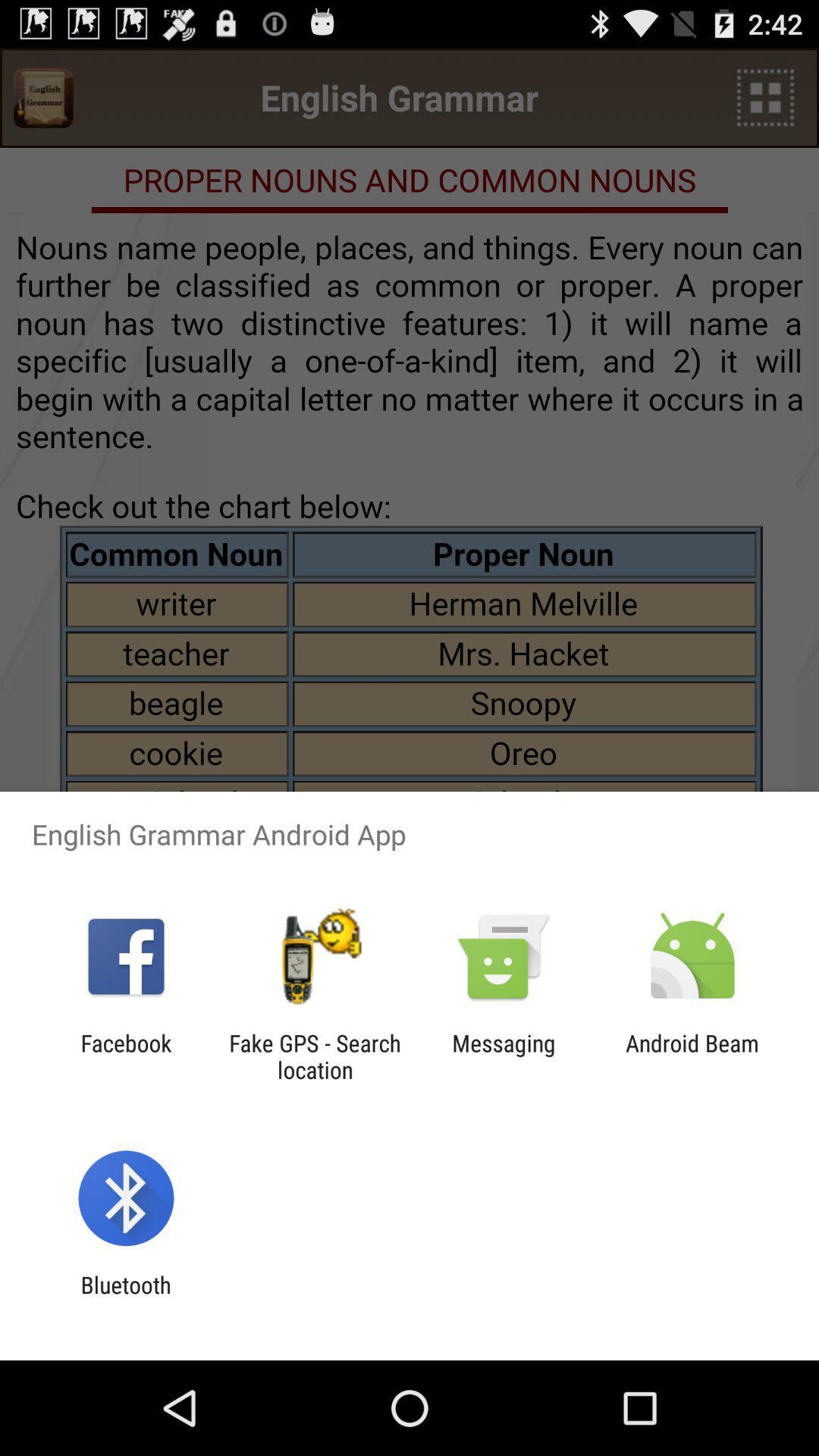  I want to click on the icon next to the messaging item, so click(314, 1056).